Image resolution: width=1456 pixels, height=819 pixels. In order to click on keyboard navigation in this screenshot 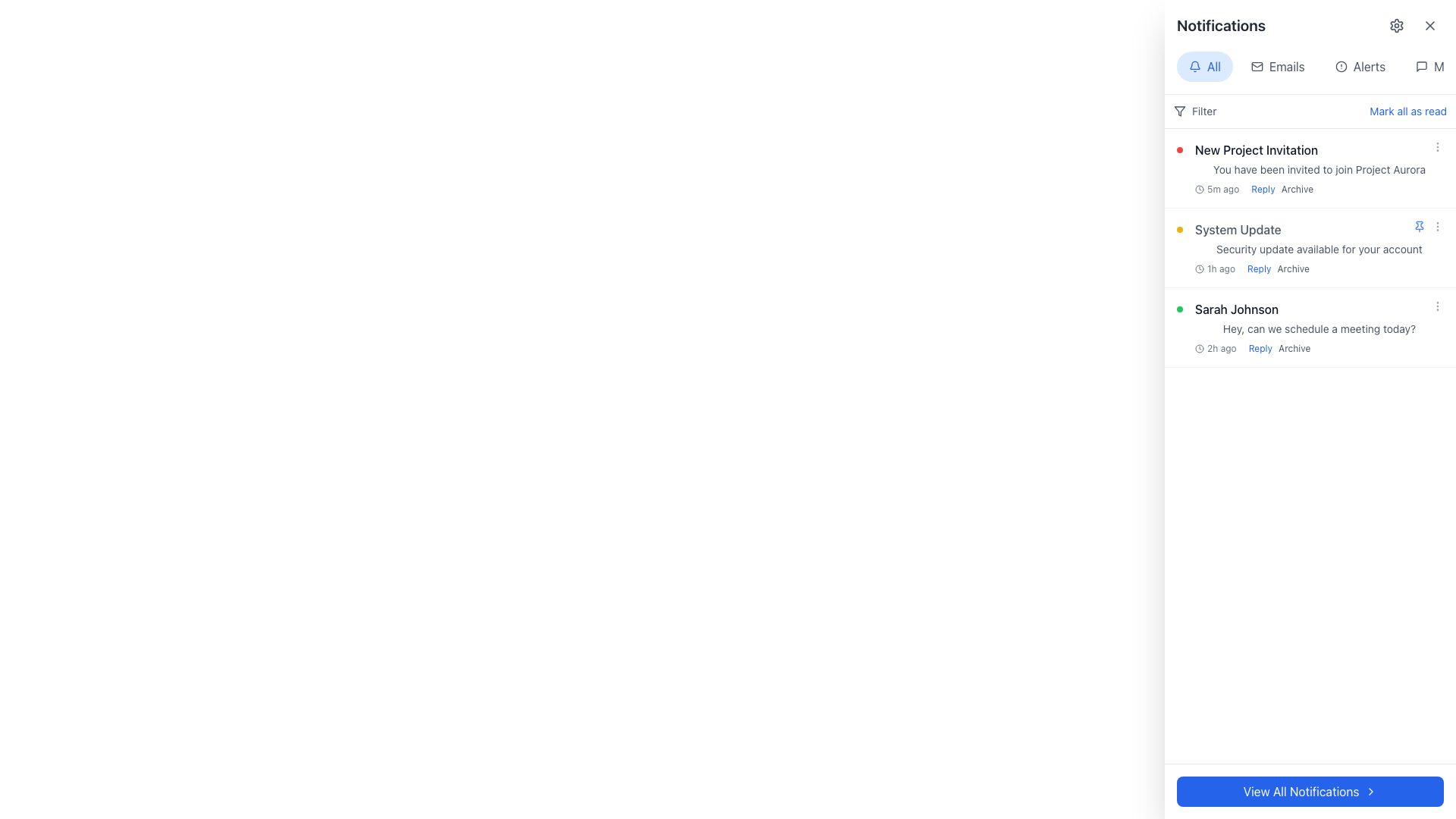, I will do `click(1421, 66)`.